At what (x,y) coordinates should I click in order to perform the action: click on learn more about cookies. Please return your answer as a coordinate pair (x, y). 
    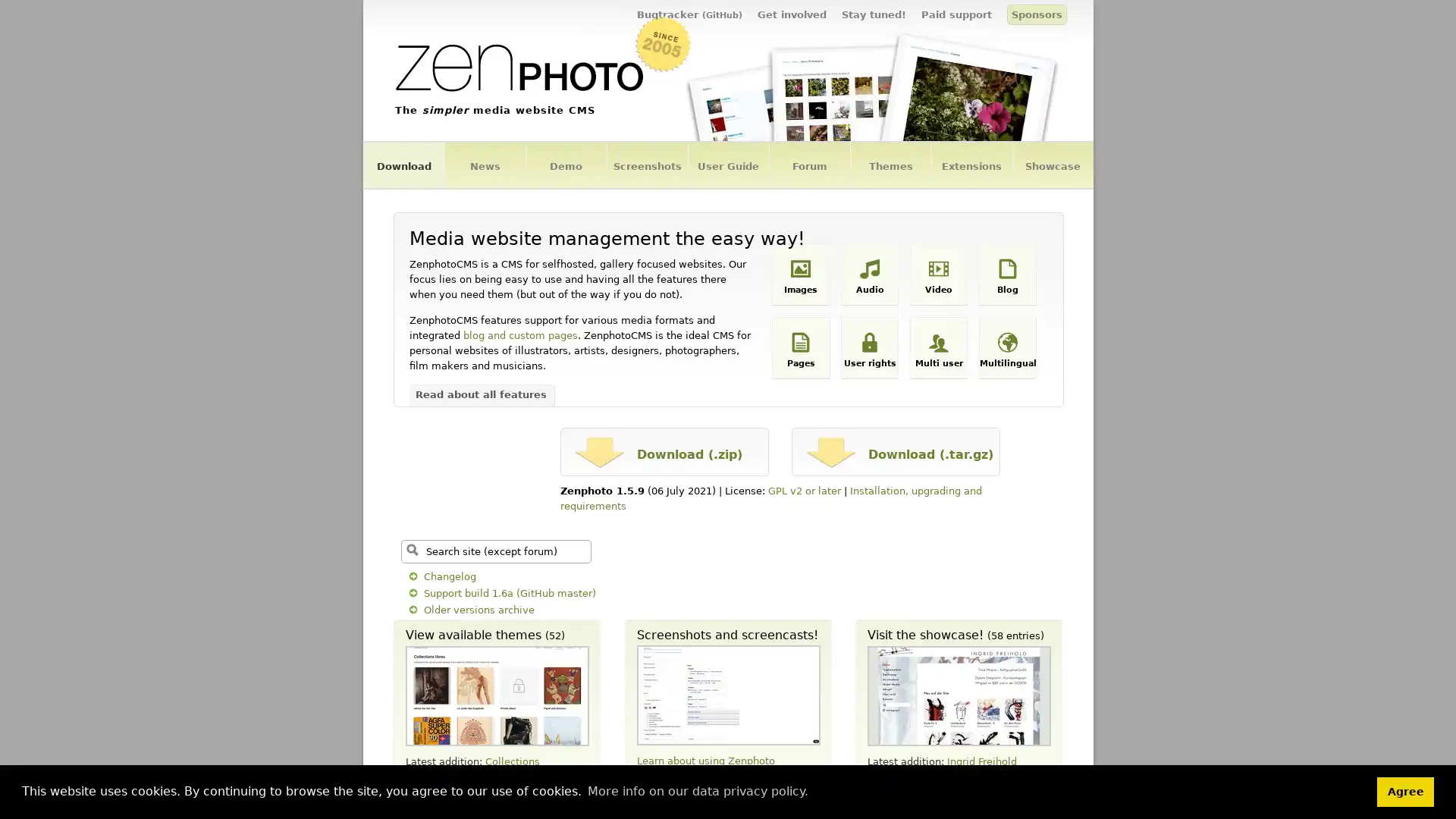
    Looking at the image, I should click on (697, 791).